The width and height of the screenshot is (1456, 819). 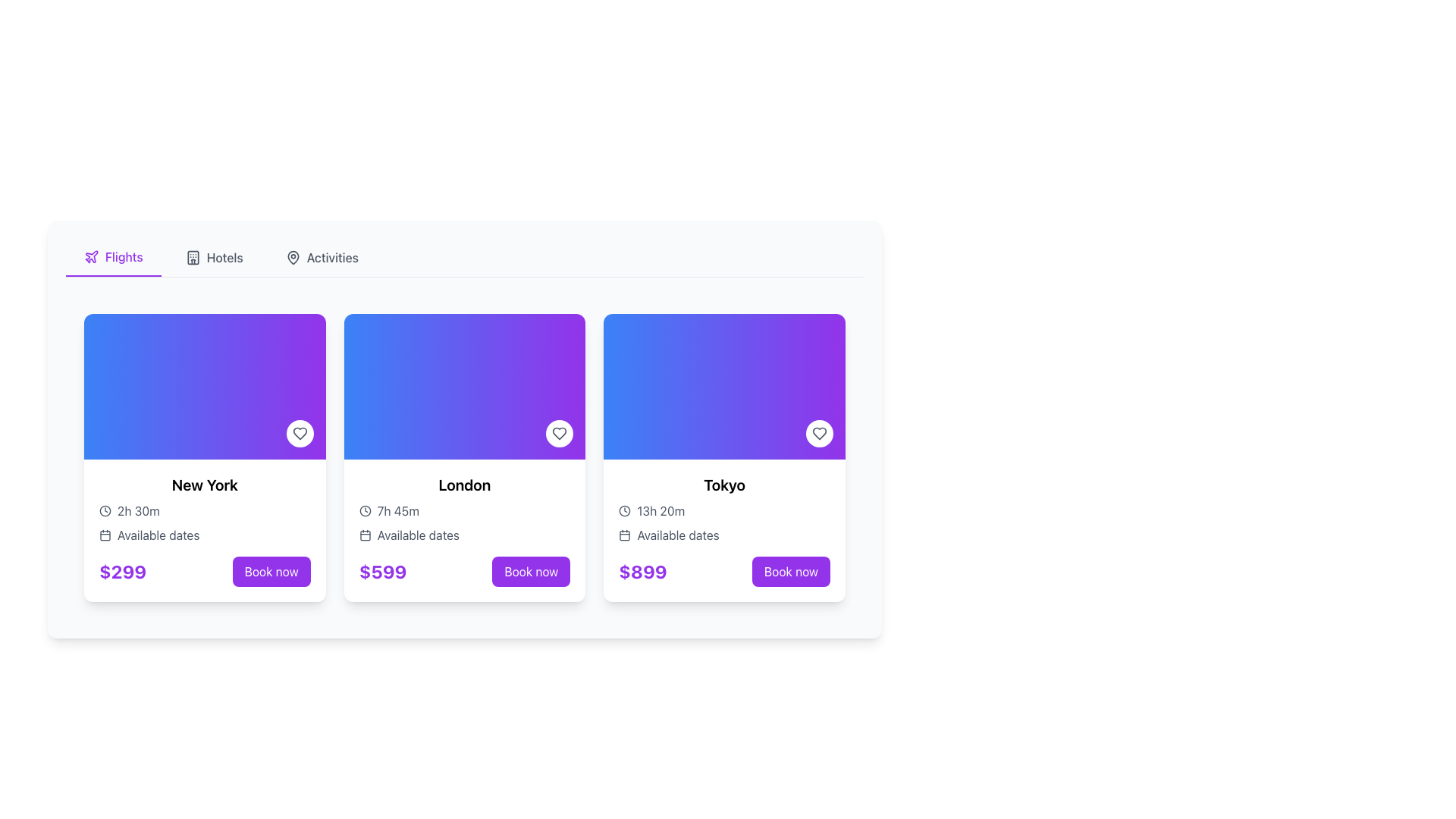 I want to click on the 'Flights' tab button, which is currently highlighted in purple and located in the top-left section of the navigation bar, so click(x=112, y=256).